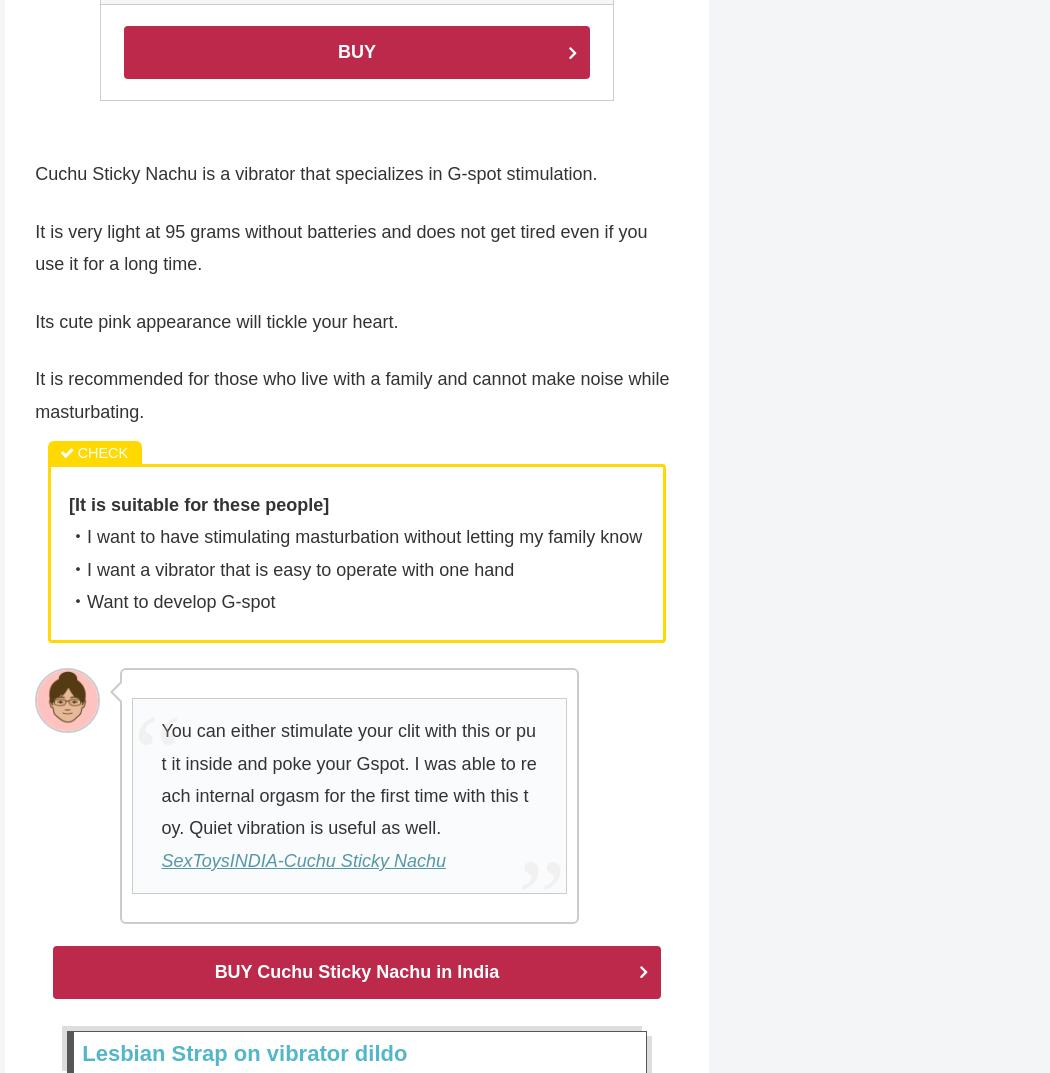 This screenshot has height=1073, width=1050. I want to click on 'It is very light at 95 grams without batteries and does not get tired even if you use it for a long time.', so click(340, 248).